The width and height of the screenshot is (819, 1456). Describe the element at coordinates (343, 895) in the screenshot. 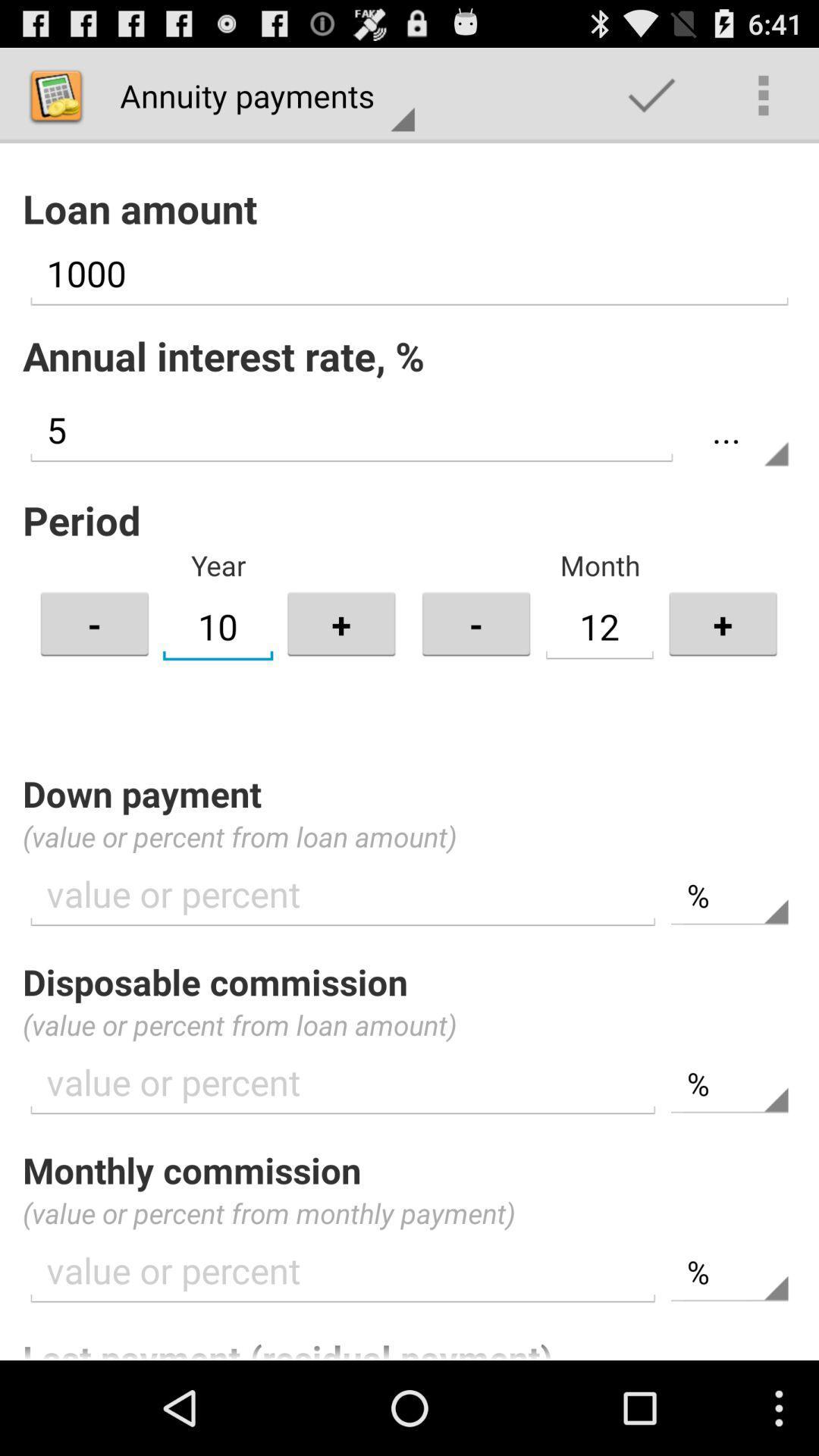

I see `the text field in down payment` at that location.